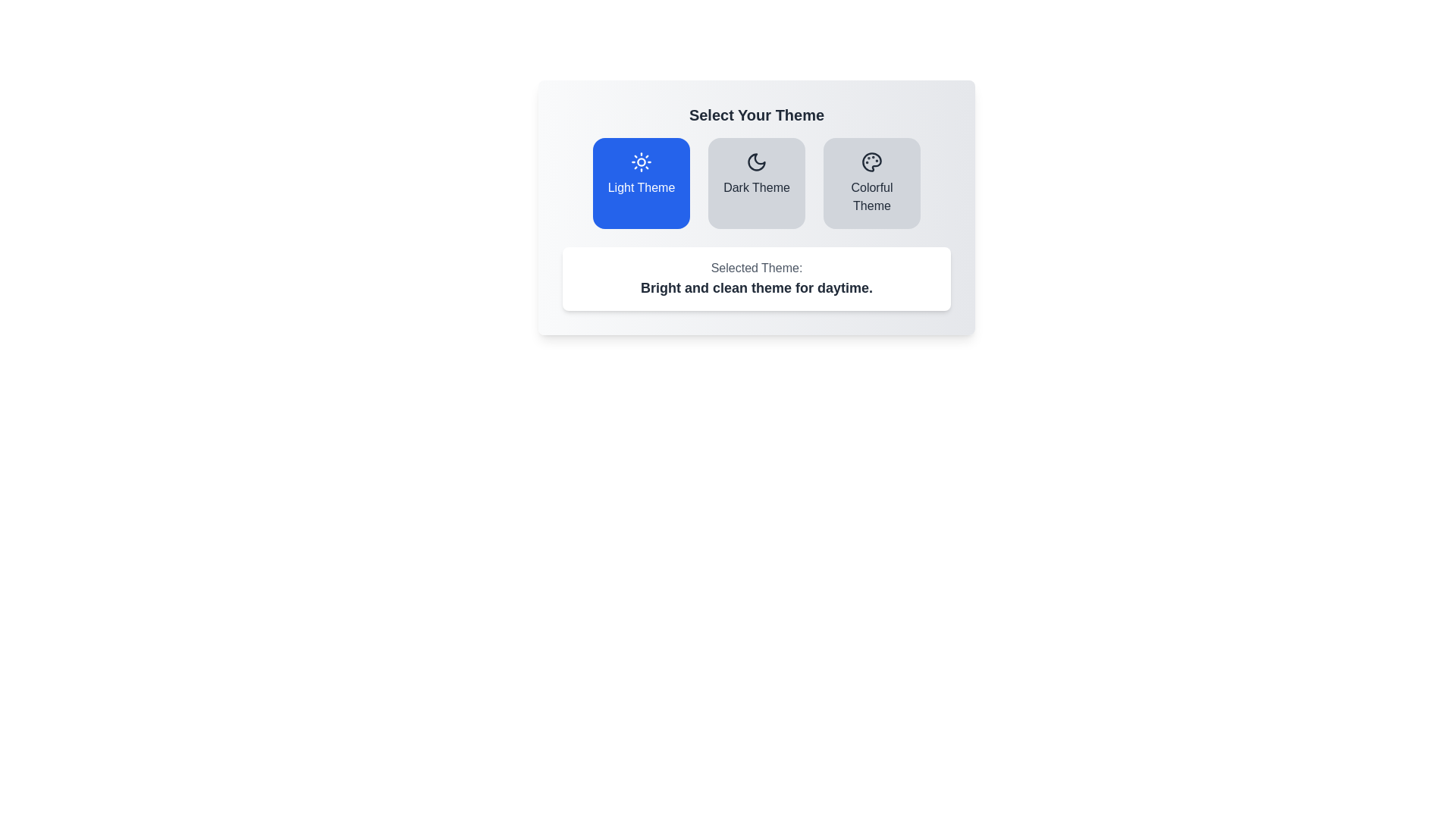 The image size is (1456, 819). What do you see at coordinates (757, 183) in the screenshot?
I see `the theme button labeled Dark Theme` at bounding box center [757, 183].